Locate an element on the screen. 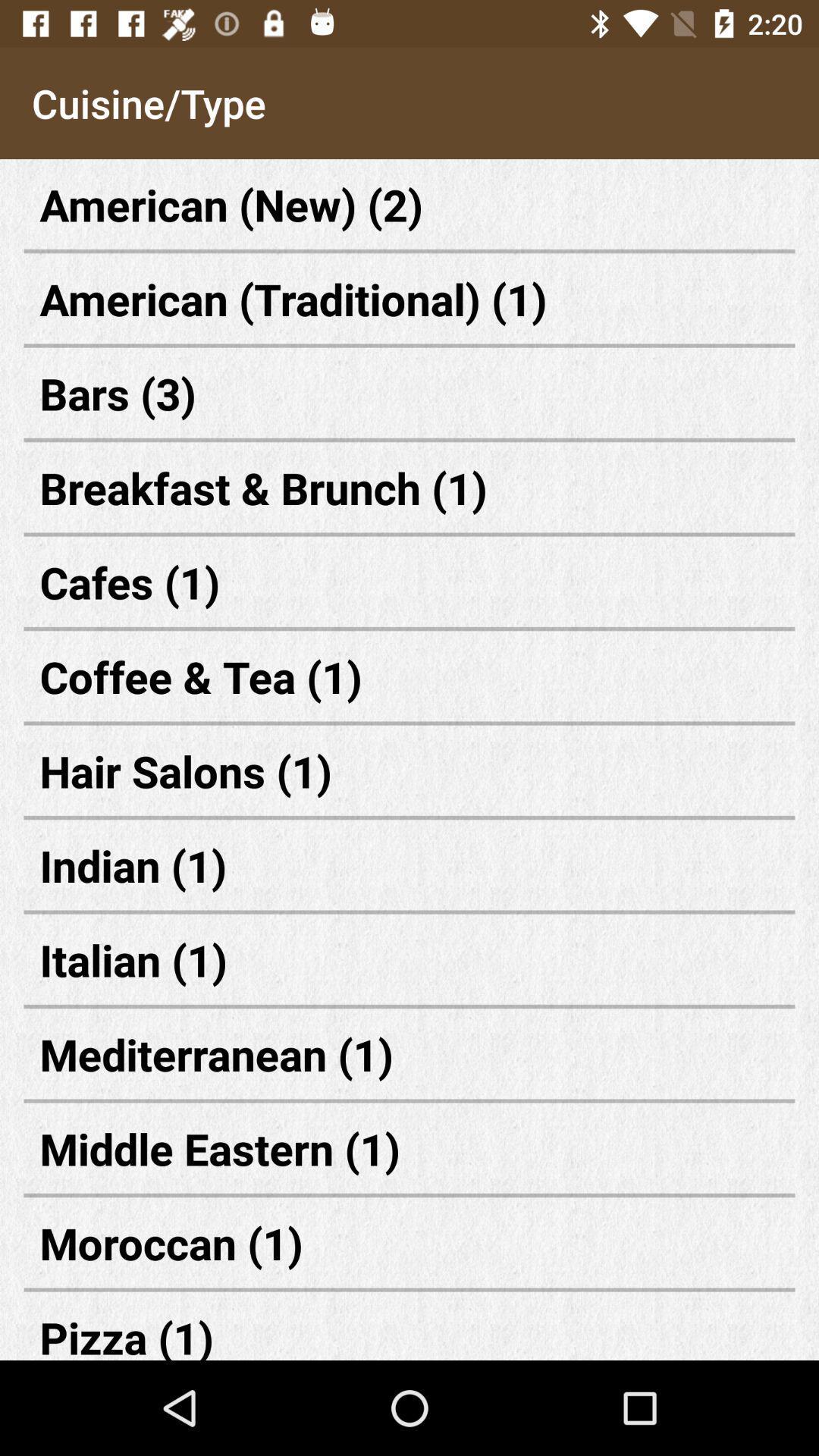  coffee & tea (1) item is located at coordinates (409, 676).